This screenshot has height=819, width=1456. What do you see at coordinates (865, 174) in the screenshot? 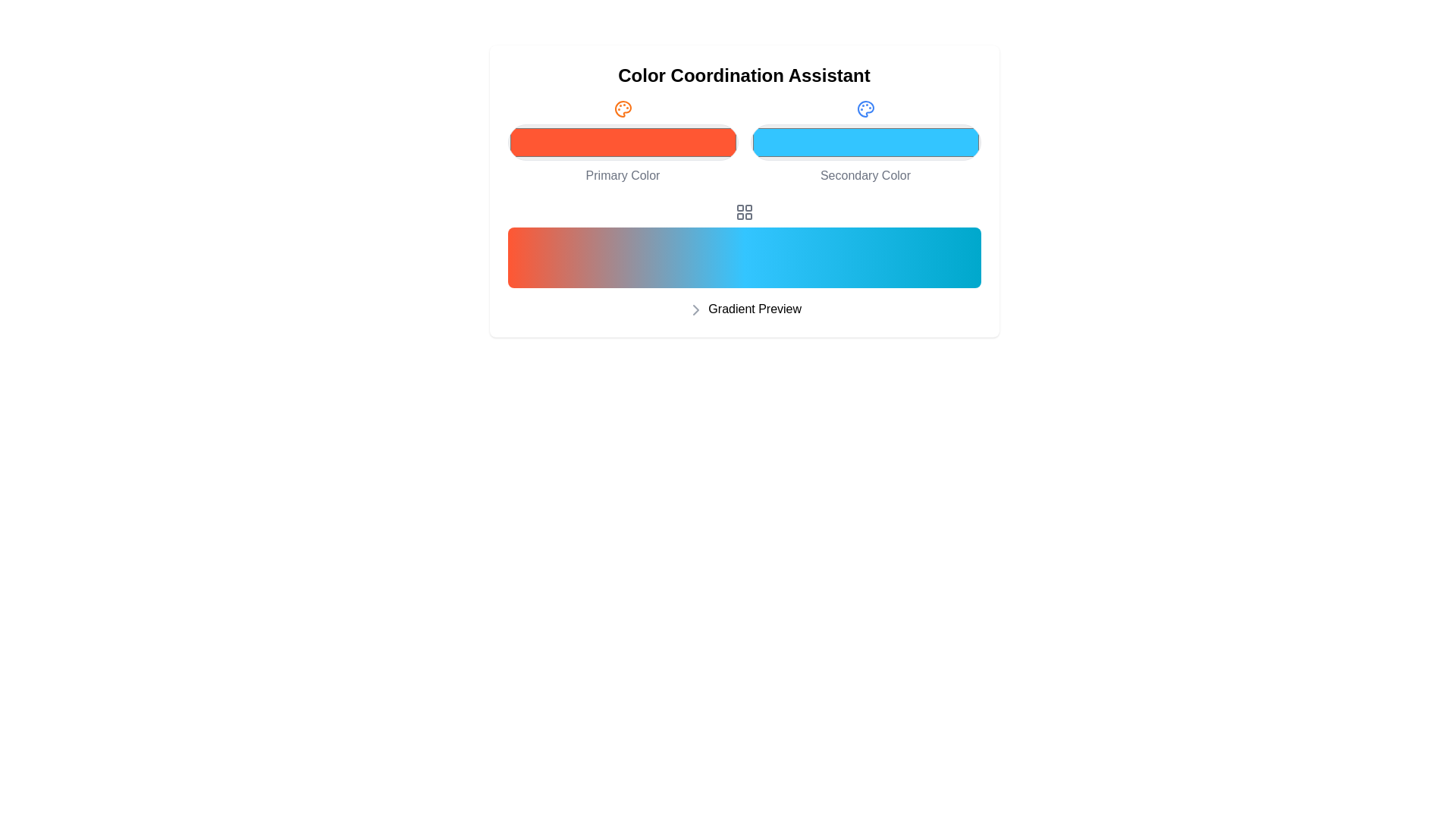
I see `the 'Secondary Color' text label, which is styled in light gray and positioned beneath the color selection interface` at bounding box center [865, 174].